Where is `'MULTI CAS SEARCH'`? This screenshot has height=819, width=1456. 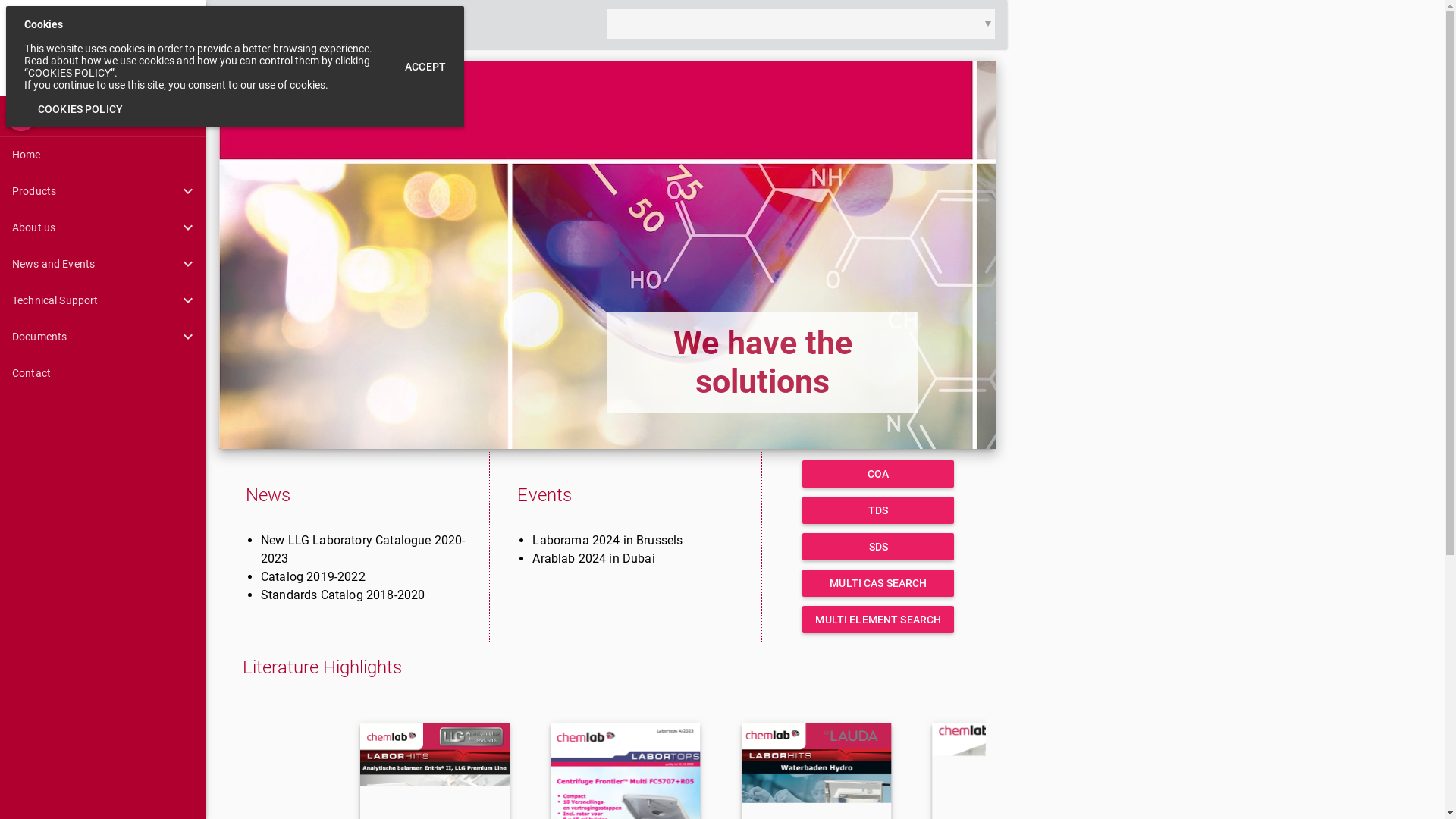 'MULTI CAS SEARCH' is located at coordinates (801, 582).